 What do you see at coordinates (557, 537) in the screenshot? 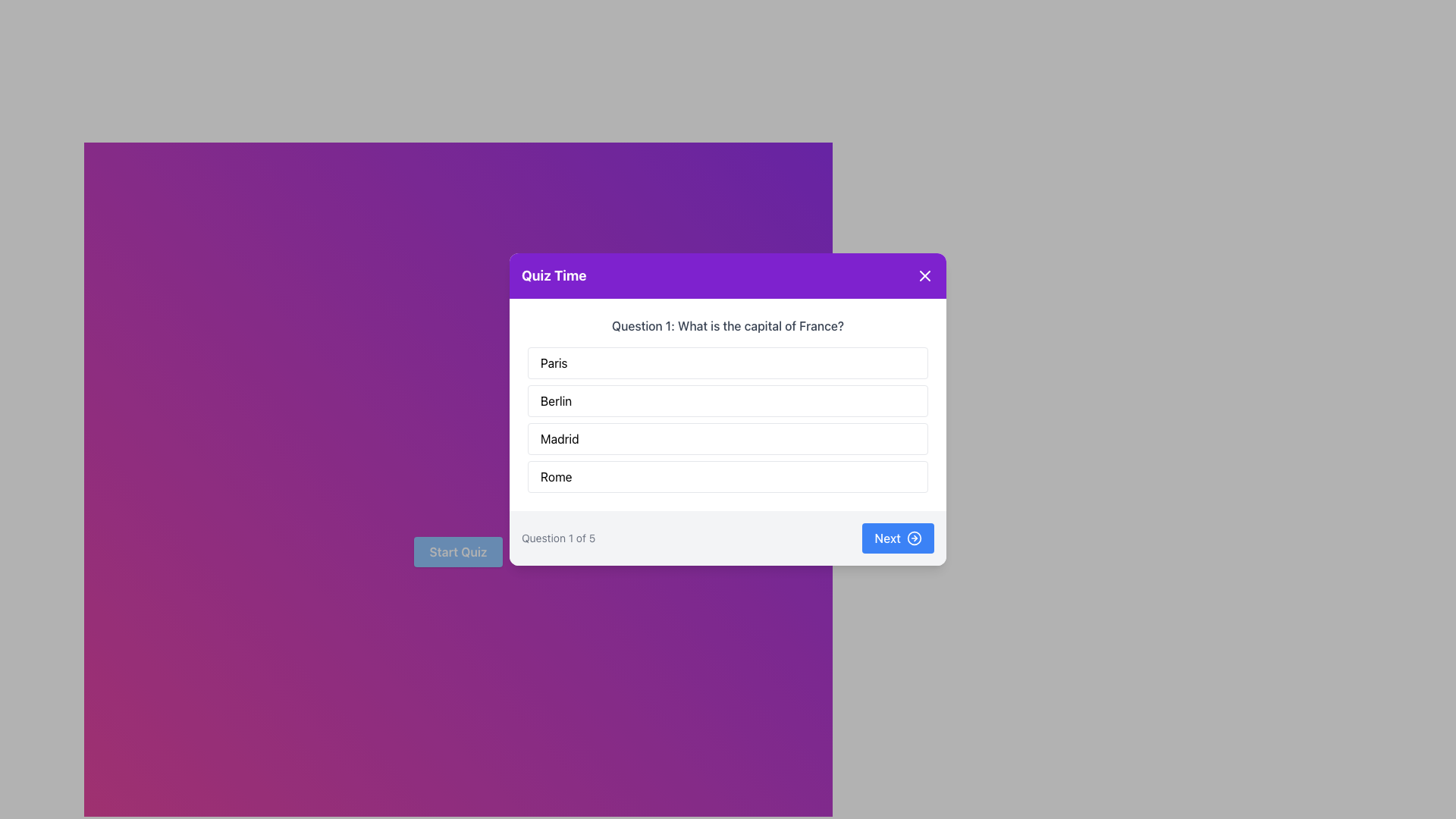
I see `current question number displayed in the text label located at the bottom-left corner of the dialog box, adjacent to the 'Next' button` at bounding box center [557, 537].